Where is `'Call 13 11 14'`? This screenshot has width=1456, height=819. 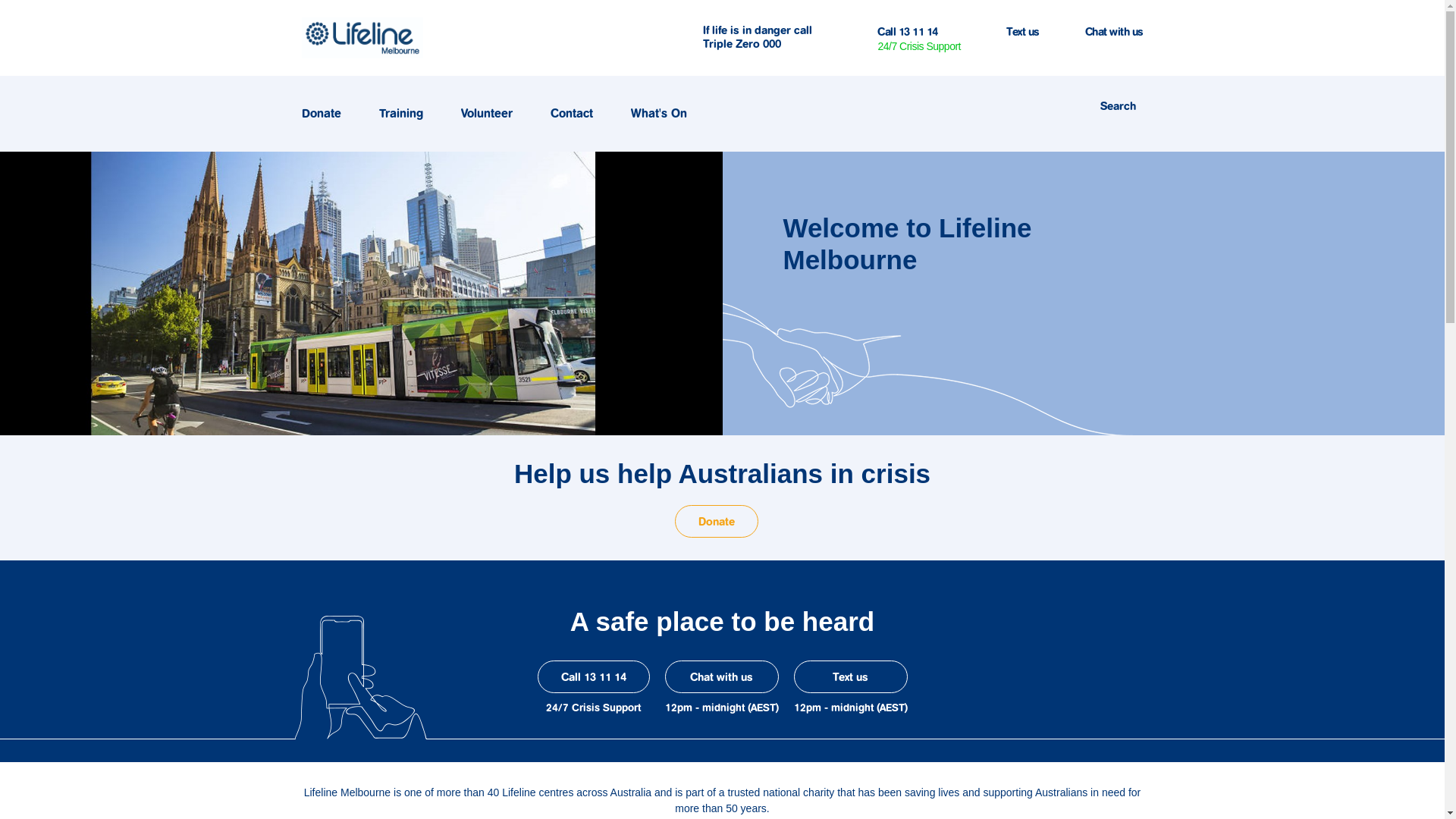
'Call 13 11 14' is located at coordinates (592, 676).